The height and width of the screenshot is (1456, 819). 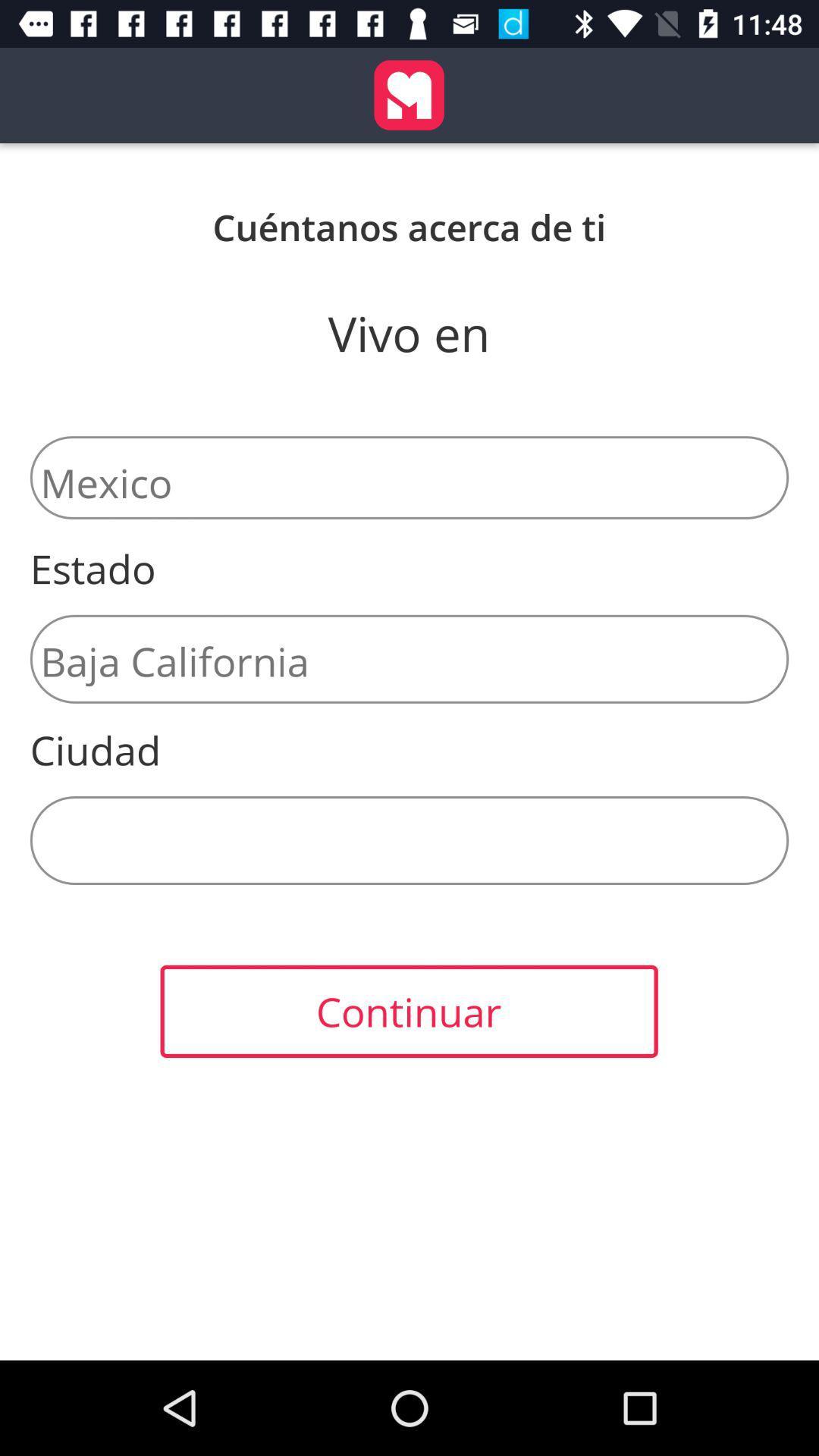 I want to click on the mexico icon, so click(x=409, y=476).